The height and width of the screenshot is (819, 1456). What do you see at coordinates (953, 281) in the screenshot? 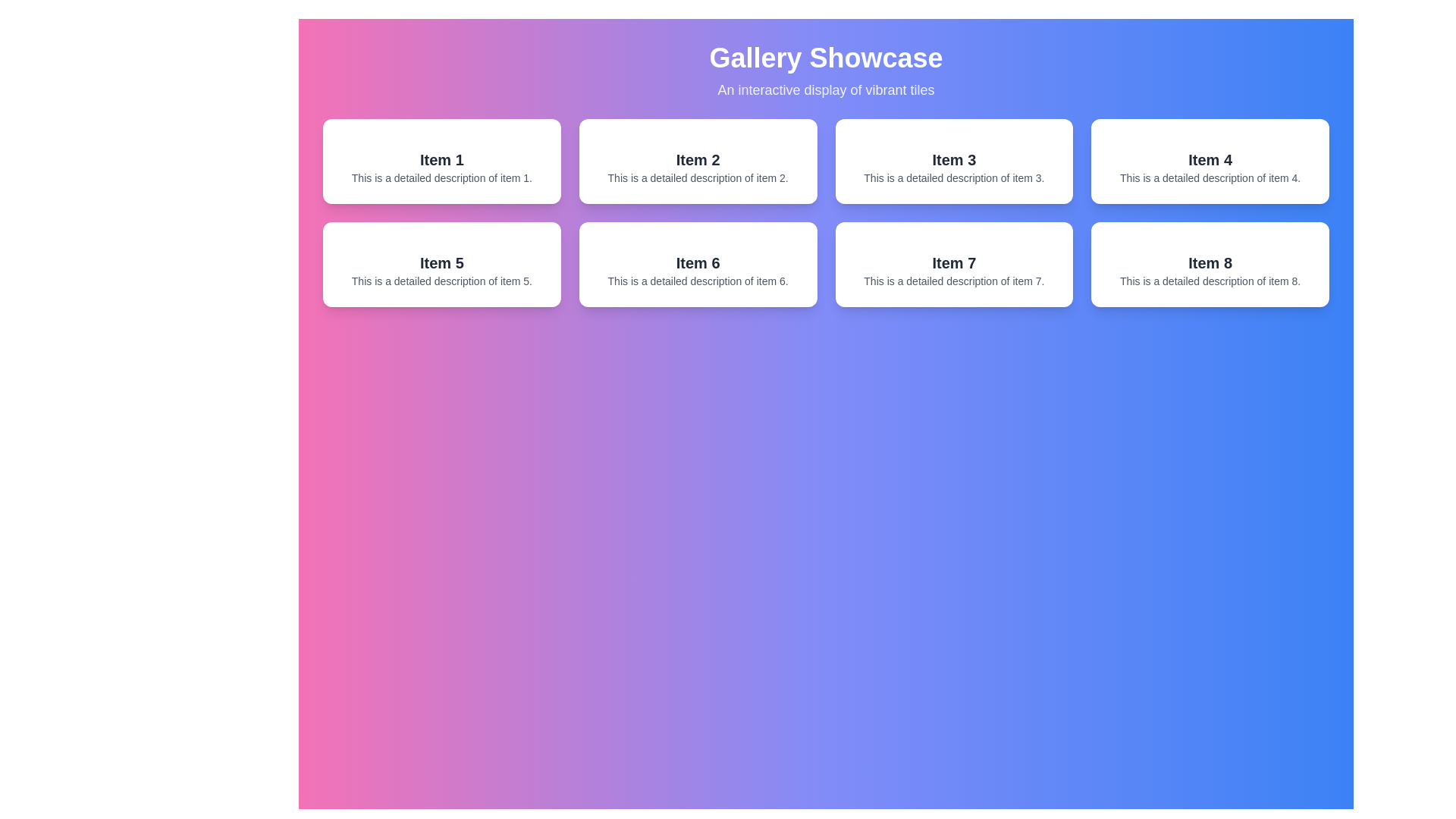
I see `the text displaying 'This is a detailed description of item 7.' located within the card labeled 'Item 7' in the gallery showcase` at bounding box center [953, 281].